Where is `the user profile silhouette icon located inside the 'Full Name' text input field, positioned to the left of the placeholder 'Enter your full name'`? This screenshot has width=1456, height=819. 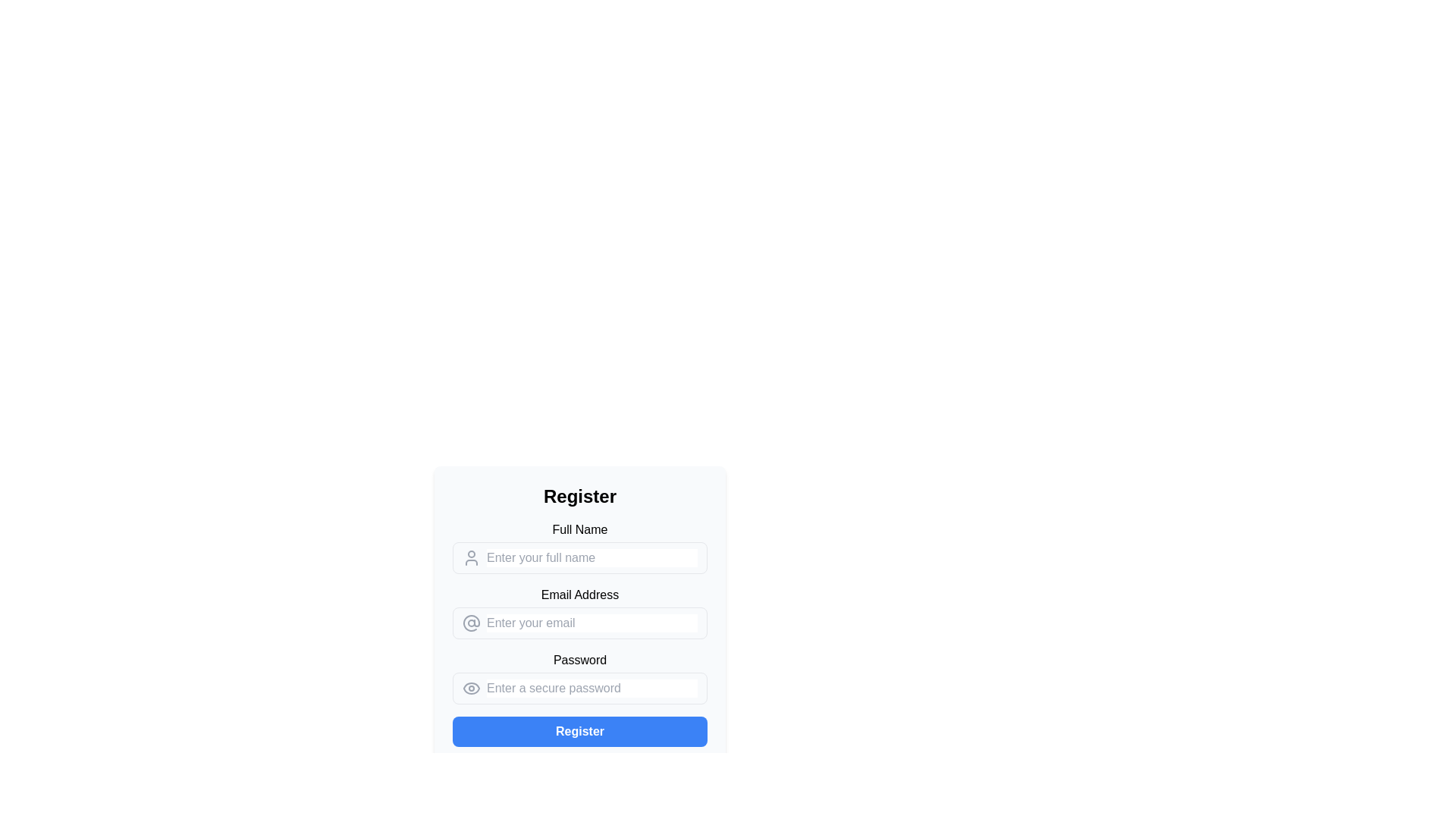 the user profile silhouette icon located inside the 'Full Name' text input field, positioned to the left of the placeholder 'Enter your full name' is located at coordinates (471, 558).